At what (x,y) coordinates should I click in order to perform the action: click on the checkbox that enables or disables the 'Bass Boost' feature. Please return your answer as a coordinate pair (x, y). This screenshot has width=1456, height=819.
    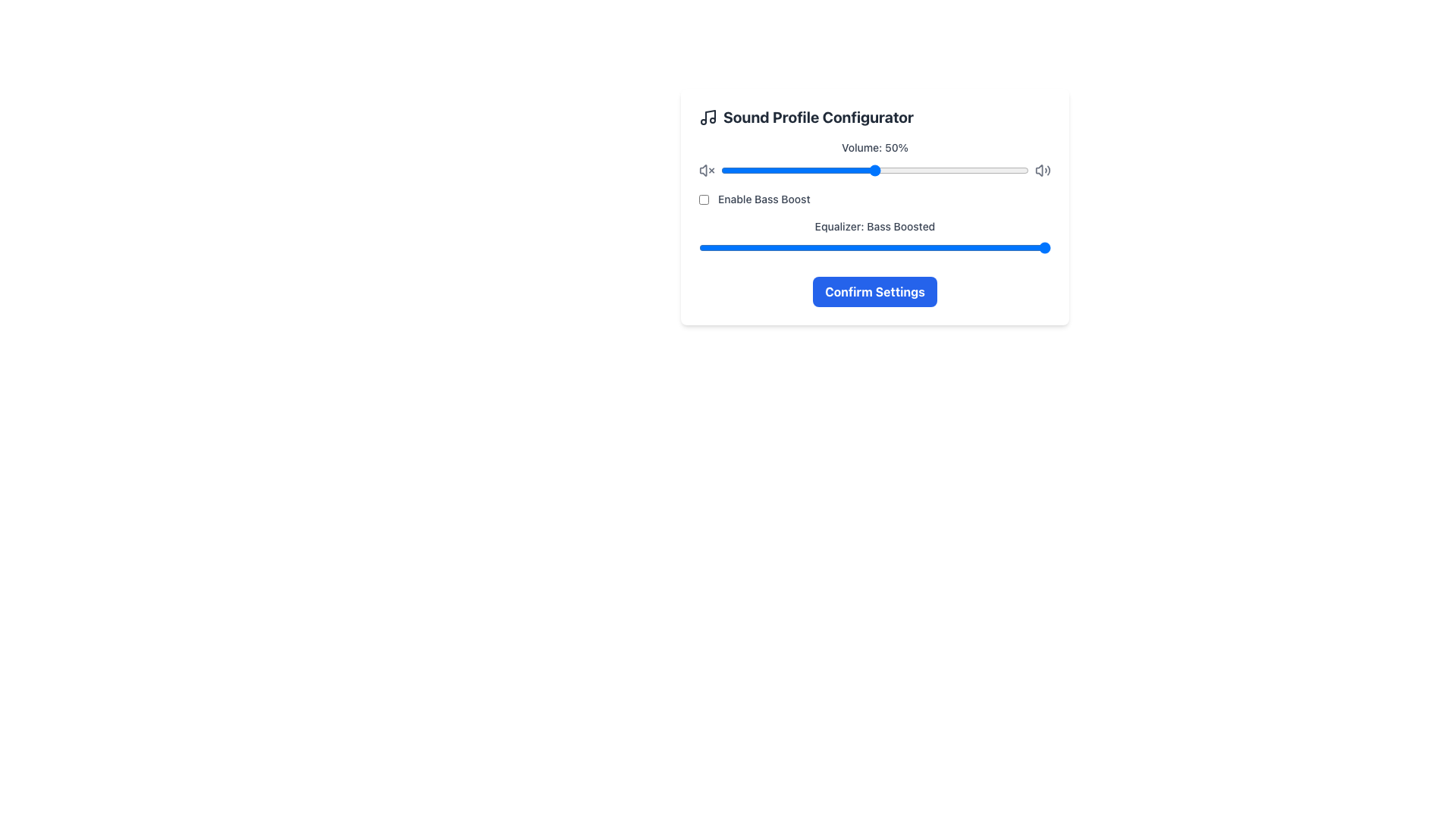
    Looking at the image, I should click on (703, 198).